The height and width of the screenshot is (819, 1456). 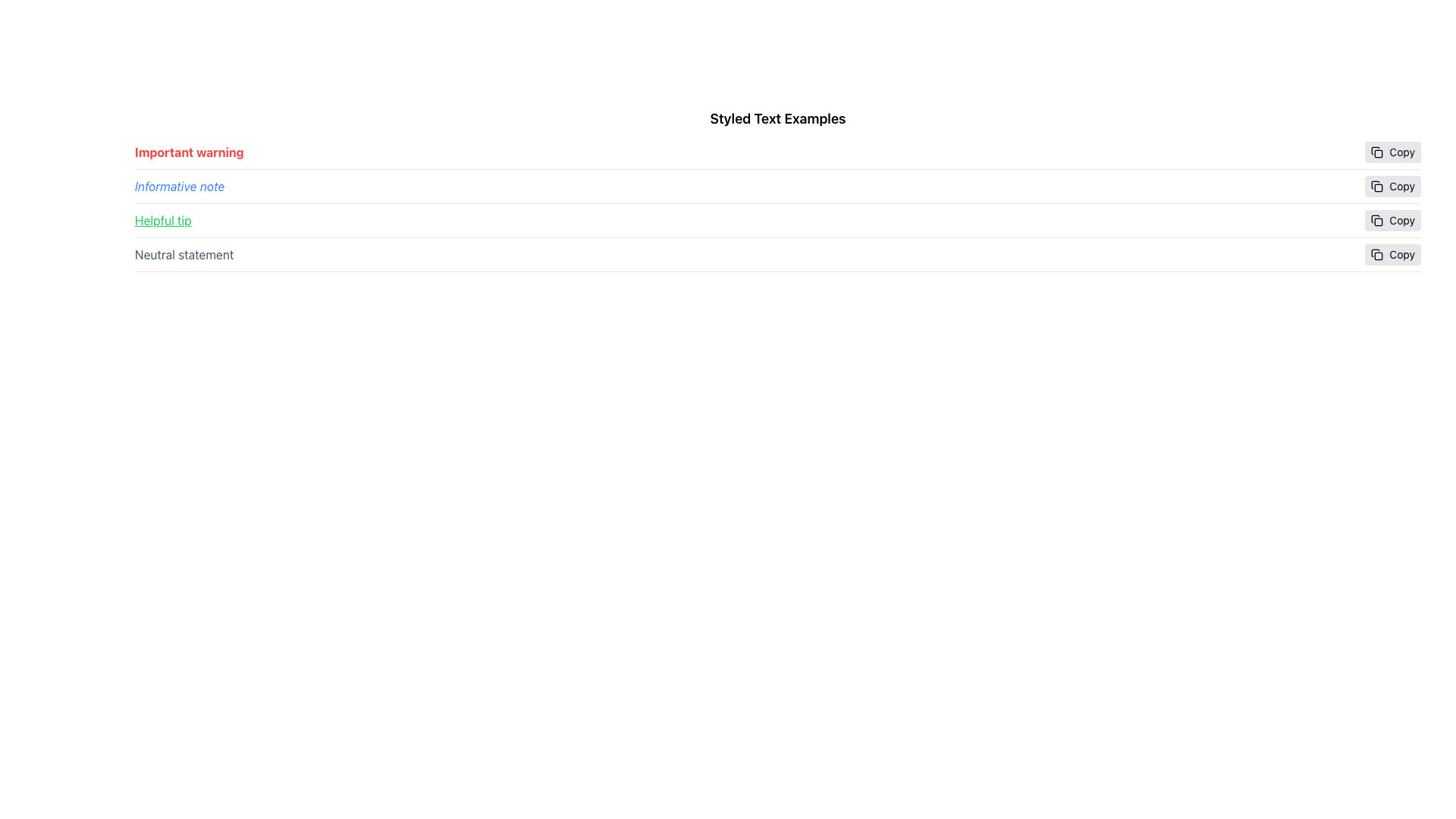 What do you see at coordinates (163, 220) in the screenshot?
I see `the 'Helpful tip' text label, which is styled in green font with an underline, located in the third row of the layout before the 'Copy' button` at bounding box center [163, 220].